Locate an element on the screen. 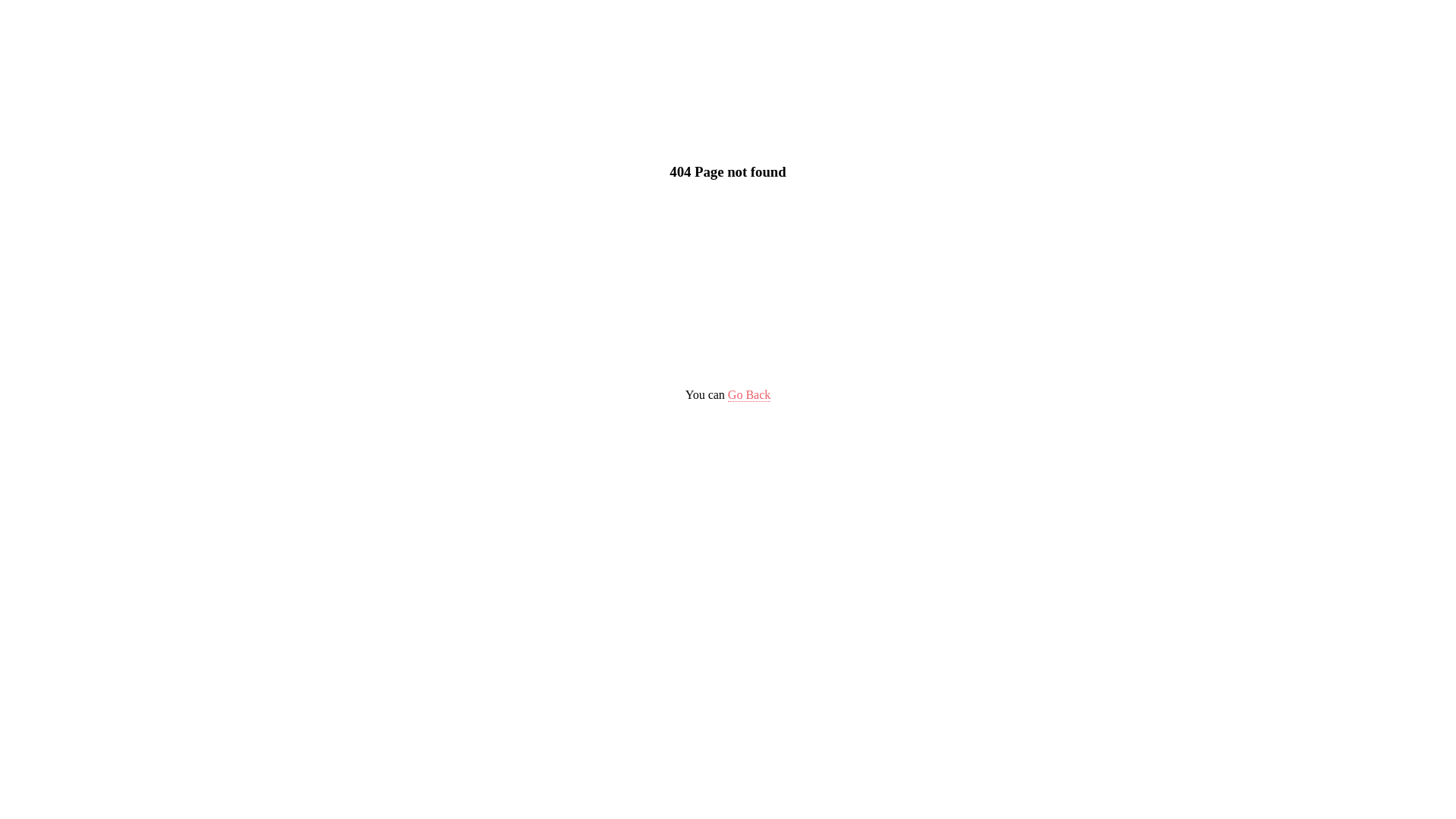  'Go Back' is located at coordinates (749, 394).